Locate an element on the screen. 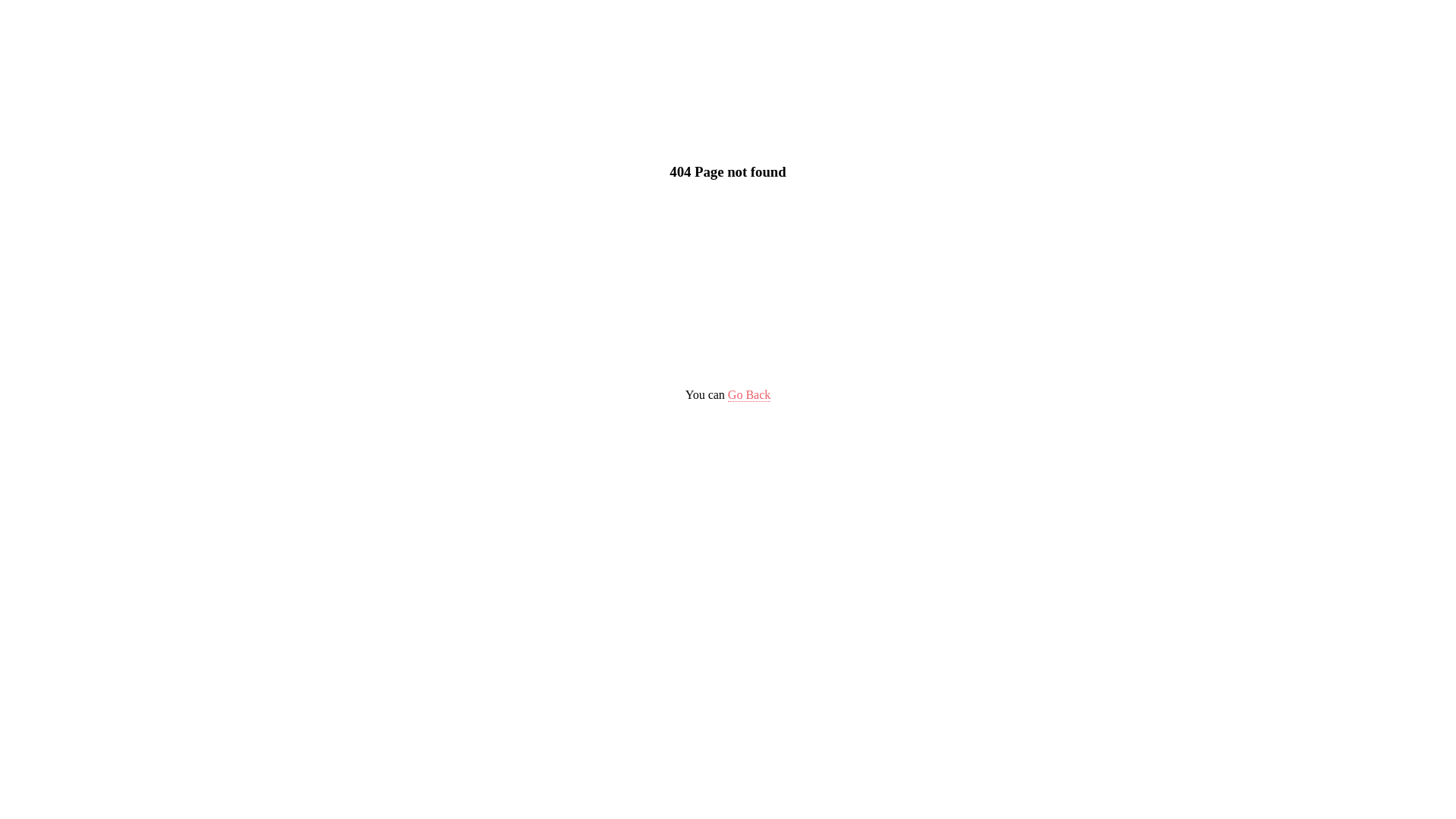  'Go Back' is located at coordinates (749, 394).